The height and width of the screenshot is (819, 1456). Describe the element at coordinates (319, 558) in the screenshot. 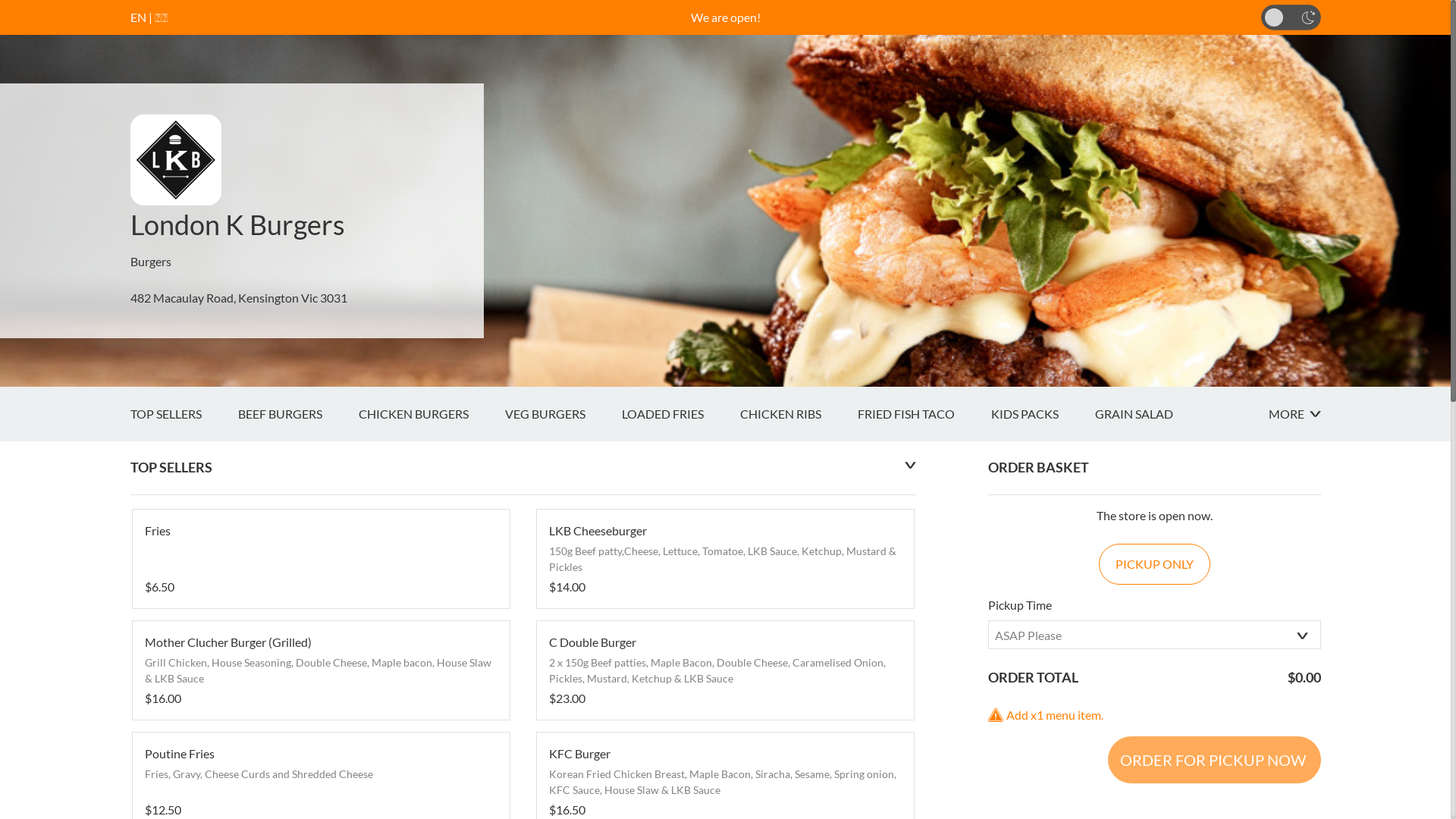

I see `'Fries` at that location.